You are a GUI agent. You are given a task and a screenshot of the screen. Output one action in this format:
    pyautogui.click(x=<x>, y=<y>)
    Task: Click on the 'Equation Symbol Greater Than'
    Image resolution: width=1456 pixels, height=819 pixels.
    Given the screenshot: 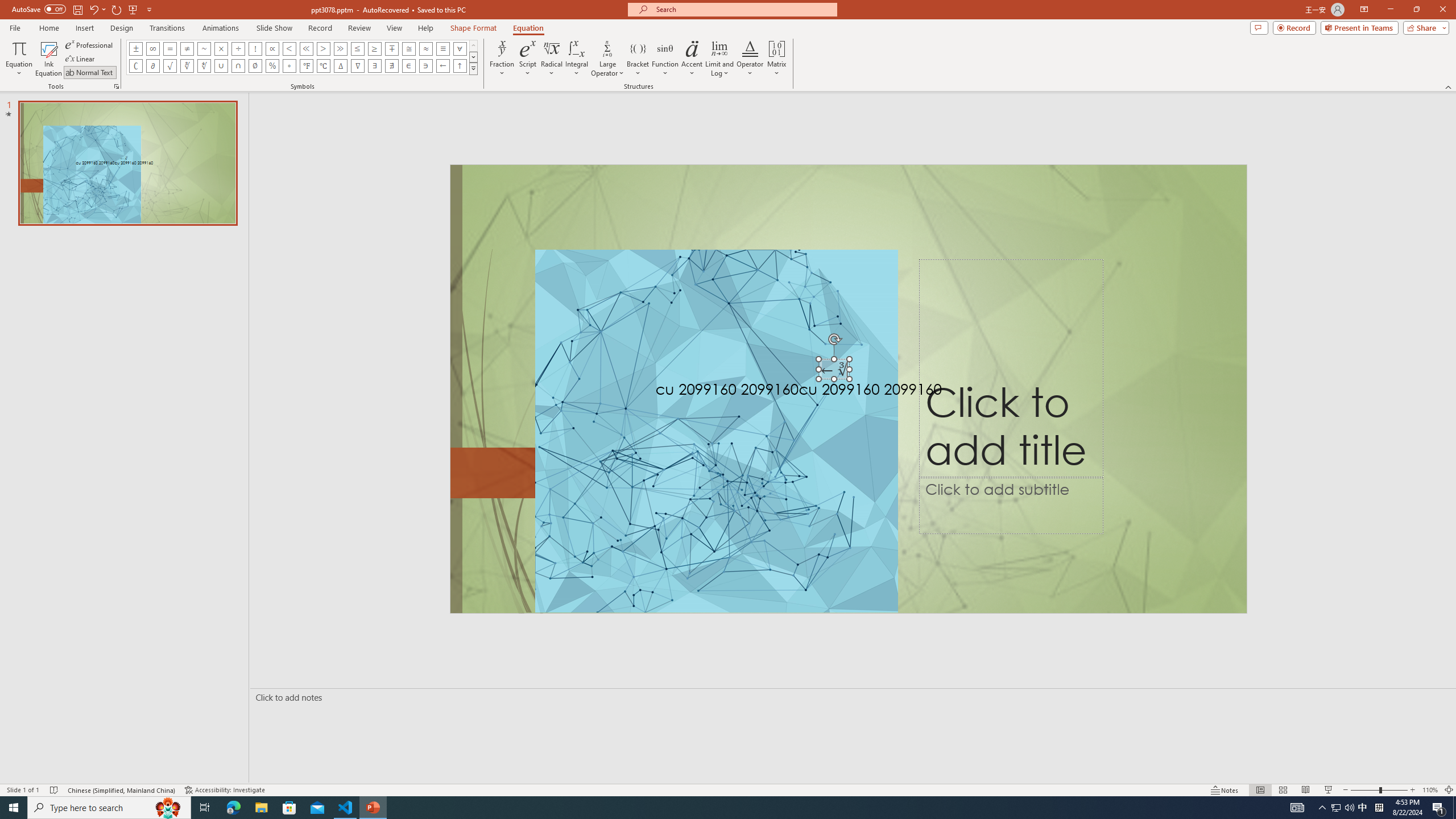 What is the action you would take?
    pyautogui.click(x=322, y=48)
    